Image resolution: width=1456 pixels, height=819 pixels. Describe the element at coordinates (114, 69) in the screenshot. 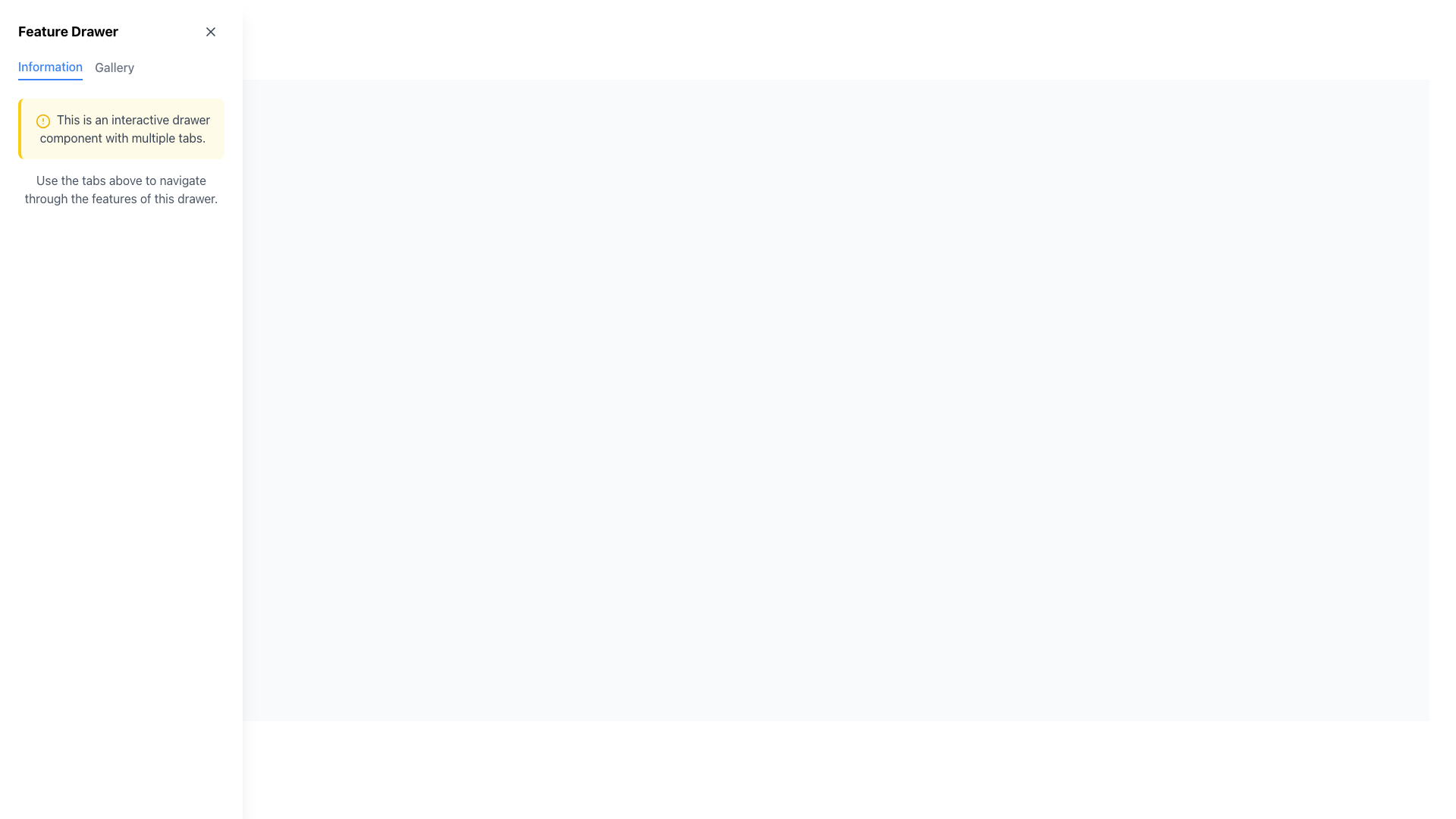

I see `the 'Gallery' tab, which is a gray text label with medium font weight, positioned next to the 'Information' tab` at that location.